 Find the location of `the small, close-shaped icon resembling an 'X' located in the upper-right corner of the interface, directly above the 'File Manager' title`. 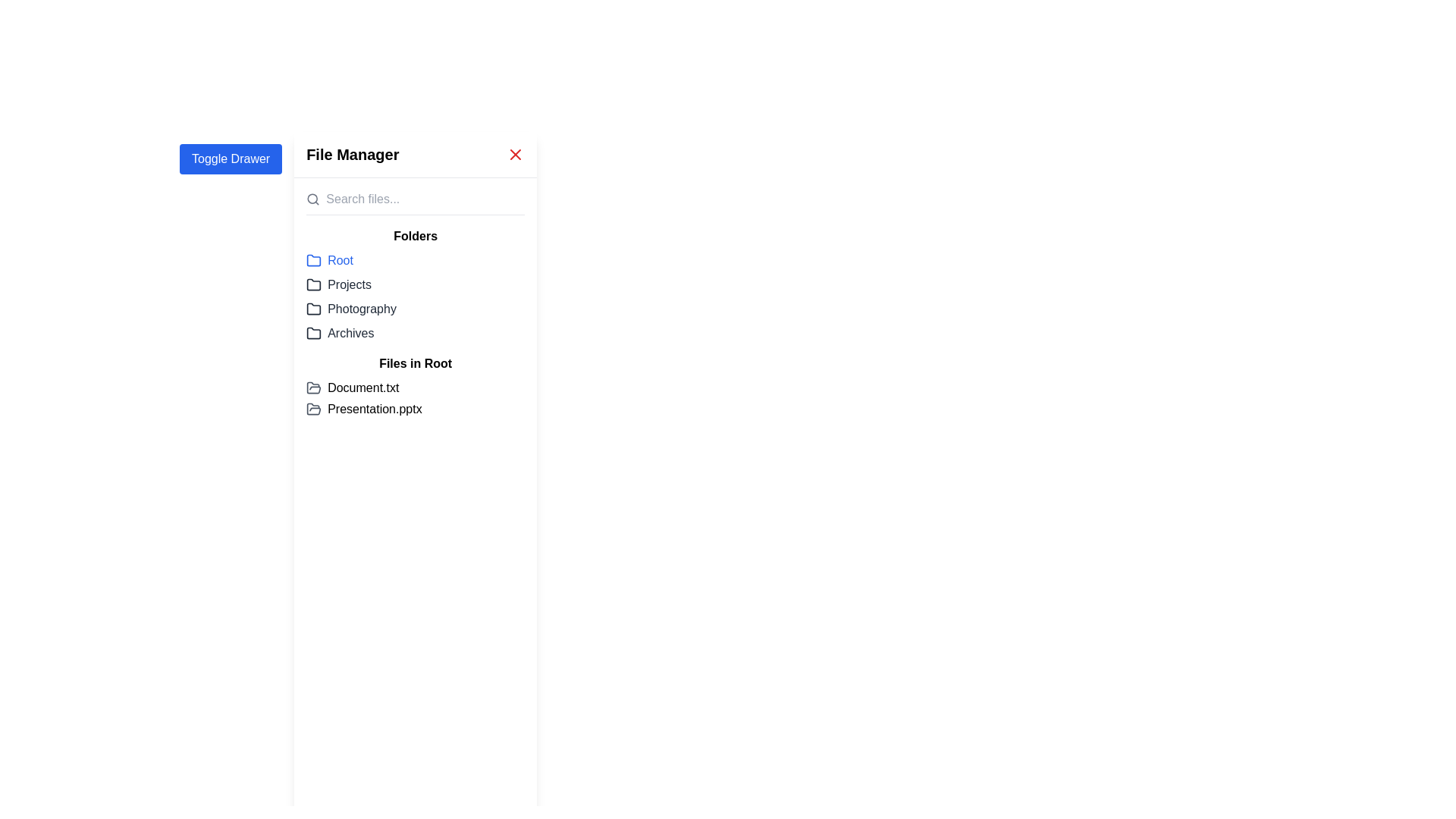

the small, close-shaped icon resembling an 'X' located in the upper-right corner of the interface, directly above the 'File Manager' title is located at coordinates (516, 155).